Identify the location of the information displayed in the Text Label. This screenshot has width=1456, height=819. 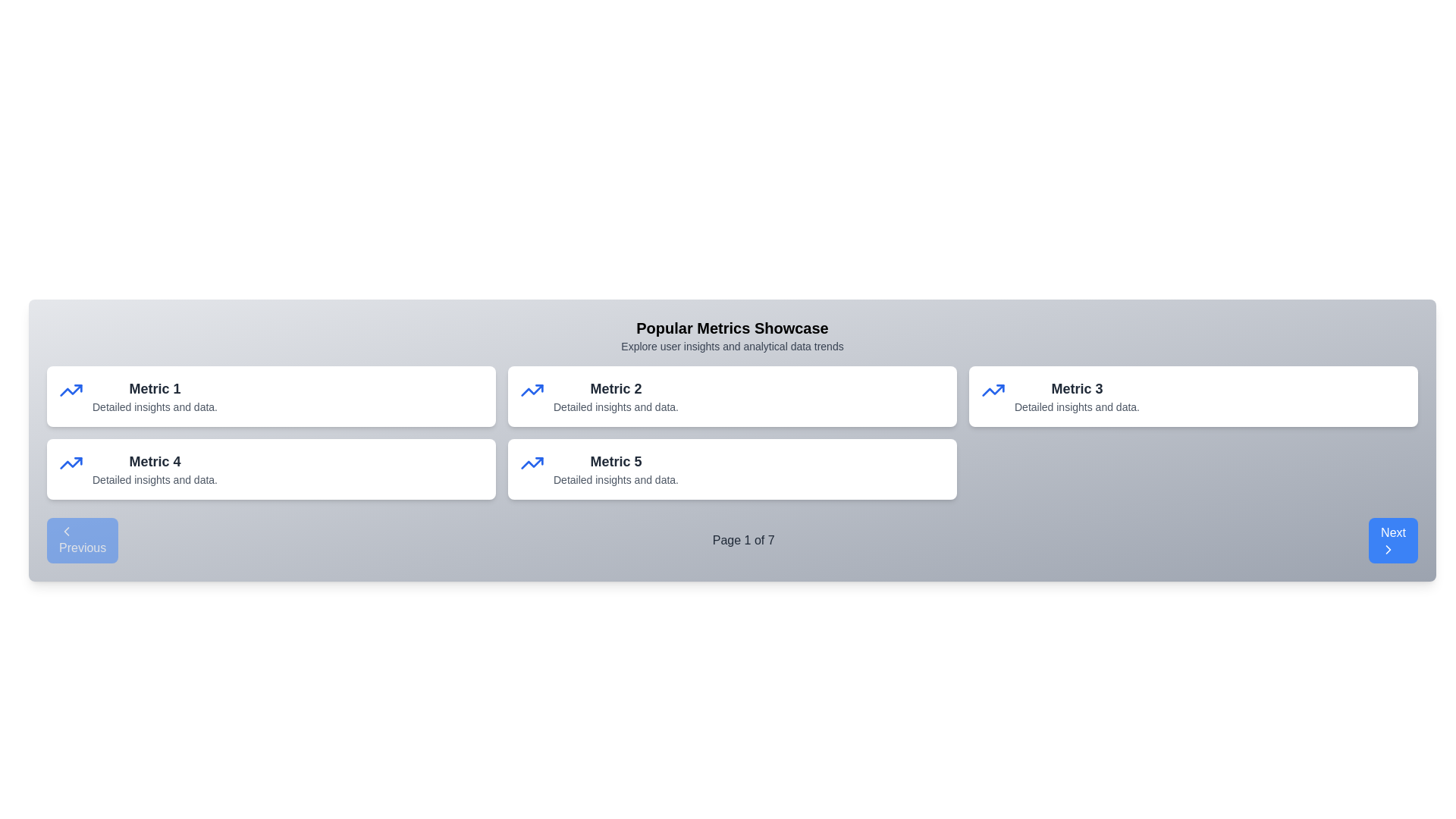
(611, 396).